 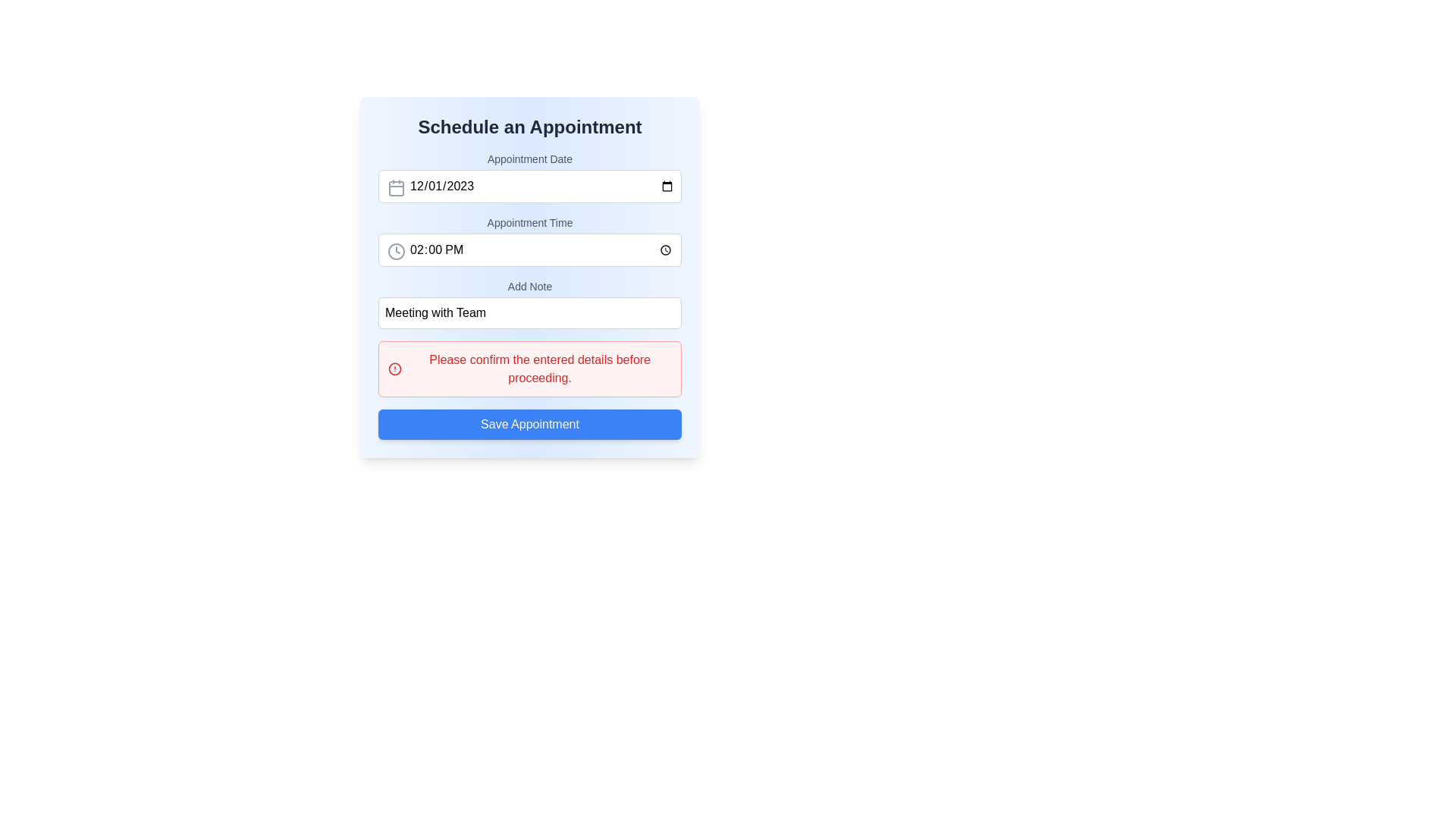 What do you see at coordinates (530, 424) in the screenshot?
I see `the rectangular button with rounded edges that has a blue background and white text reading 'Save Appointment'` at bounding box center [530, 424].